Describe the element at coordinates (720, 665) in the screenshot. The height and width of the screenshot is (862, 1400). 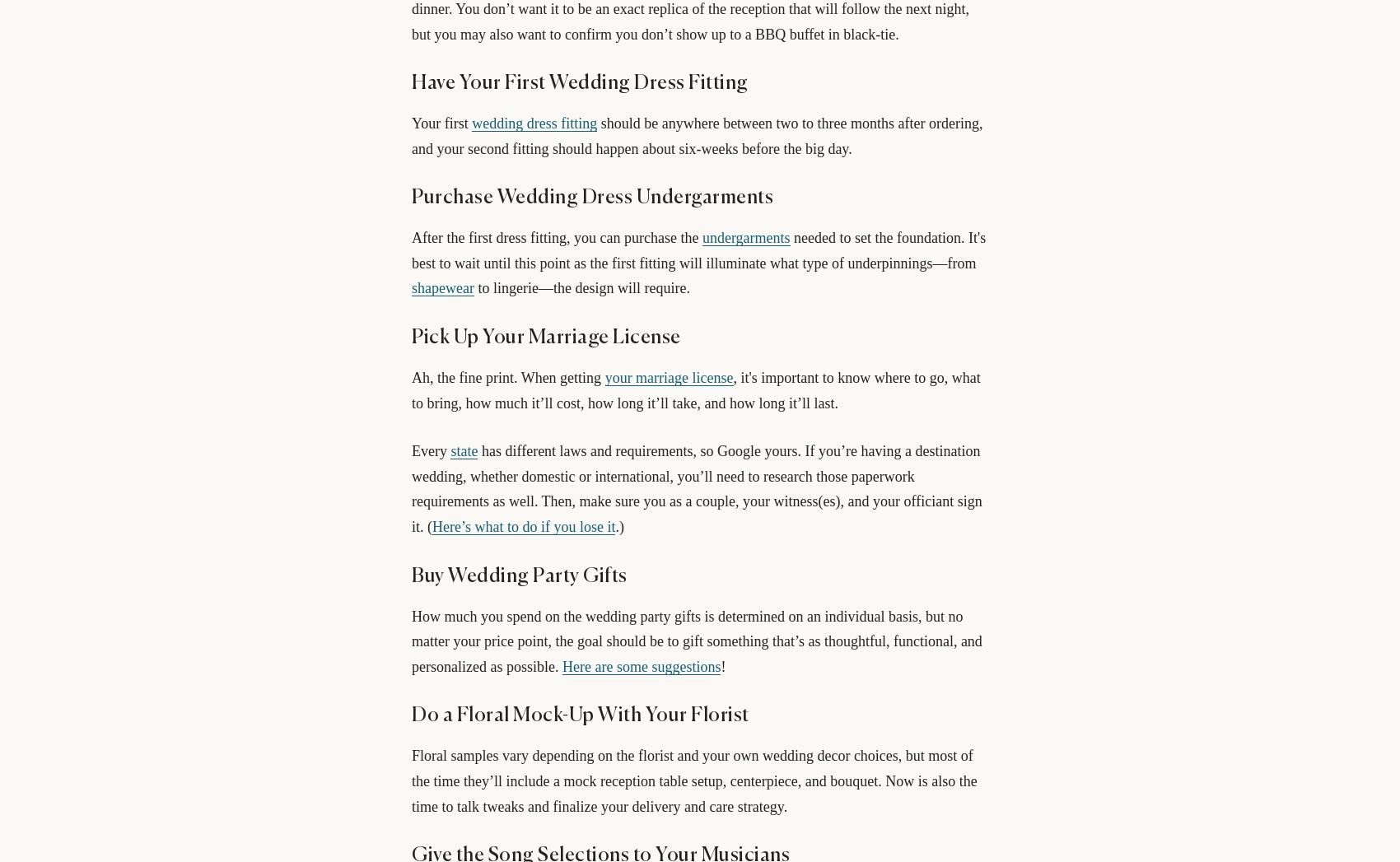
I see `'!'` at that location.